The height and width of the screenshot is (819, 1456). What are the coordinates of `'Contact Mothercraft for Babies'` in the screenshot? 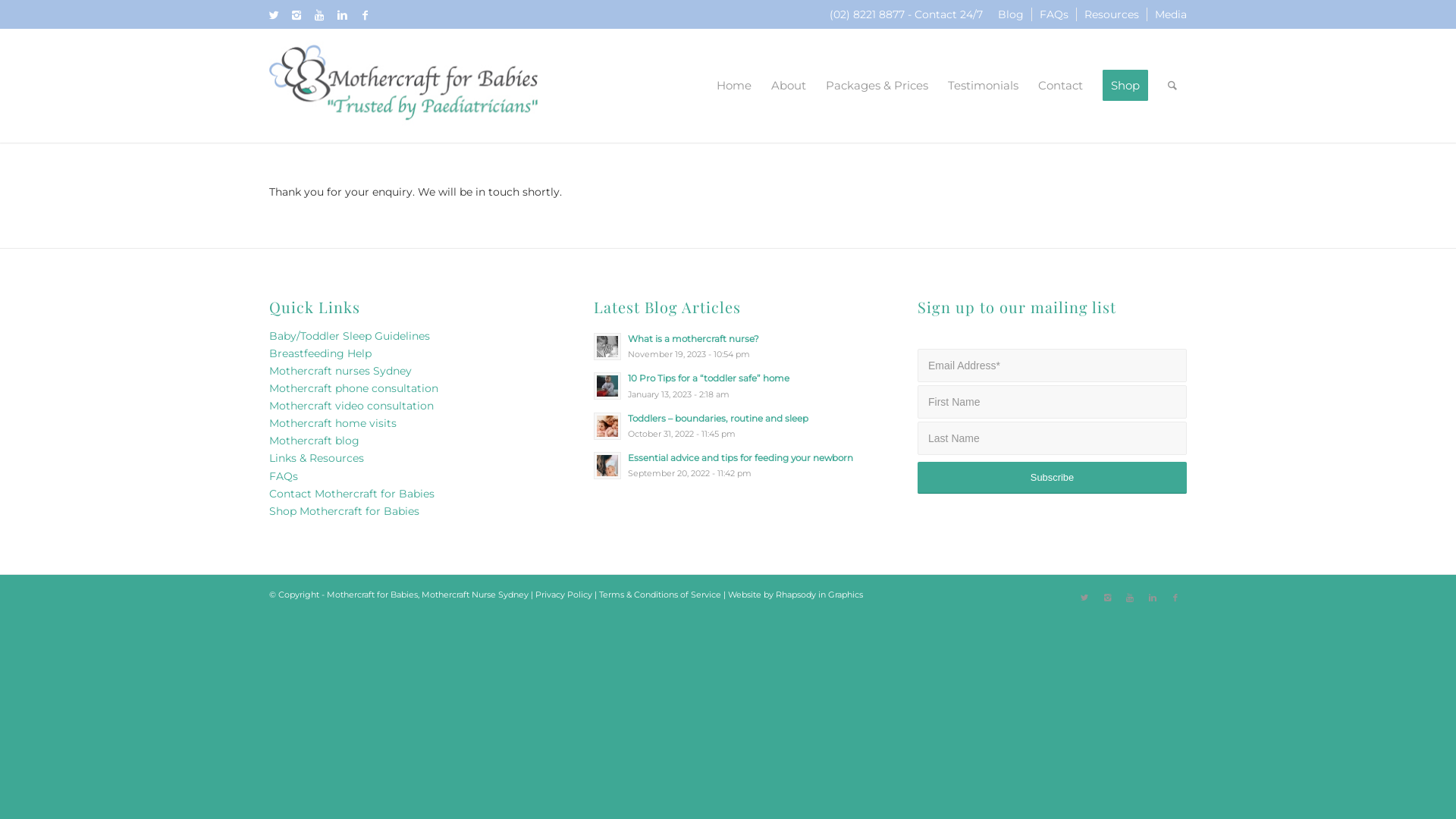 It's located at (351, 494).